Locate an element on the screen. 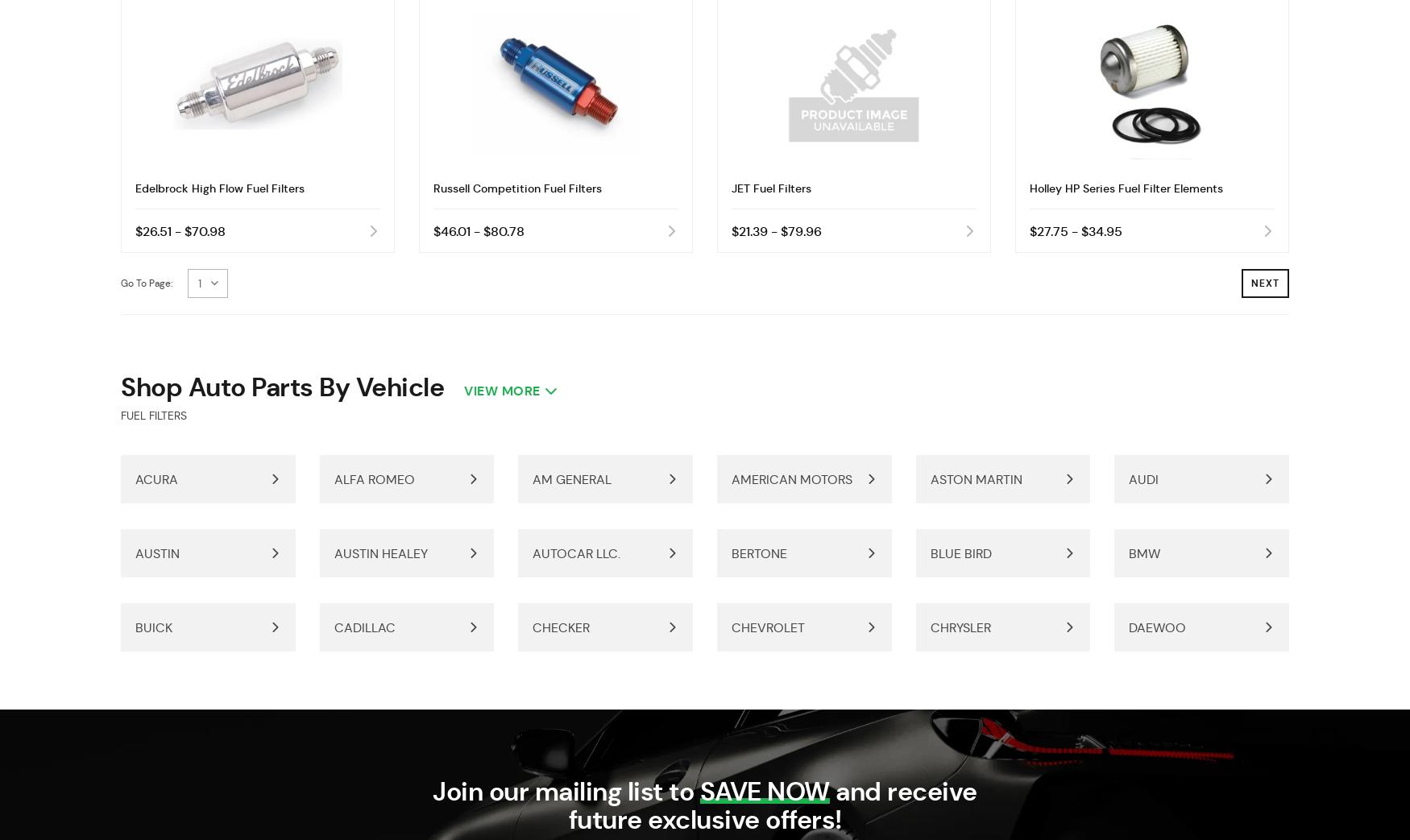 Image resolution: width=1410 pixels, height=840 pixels. 'and receive future exclusive offers!' is located at coordinates (772, 805).